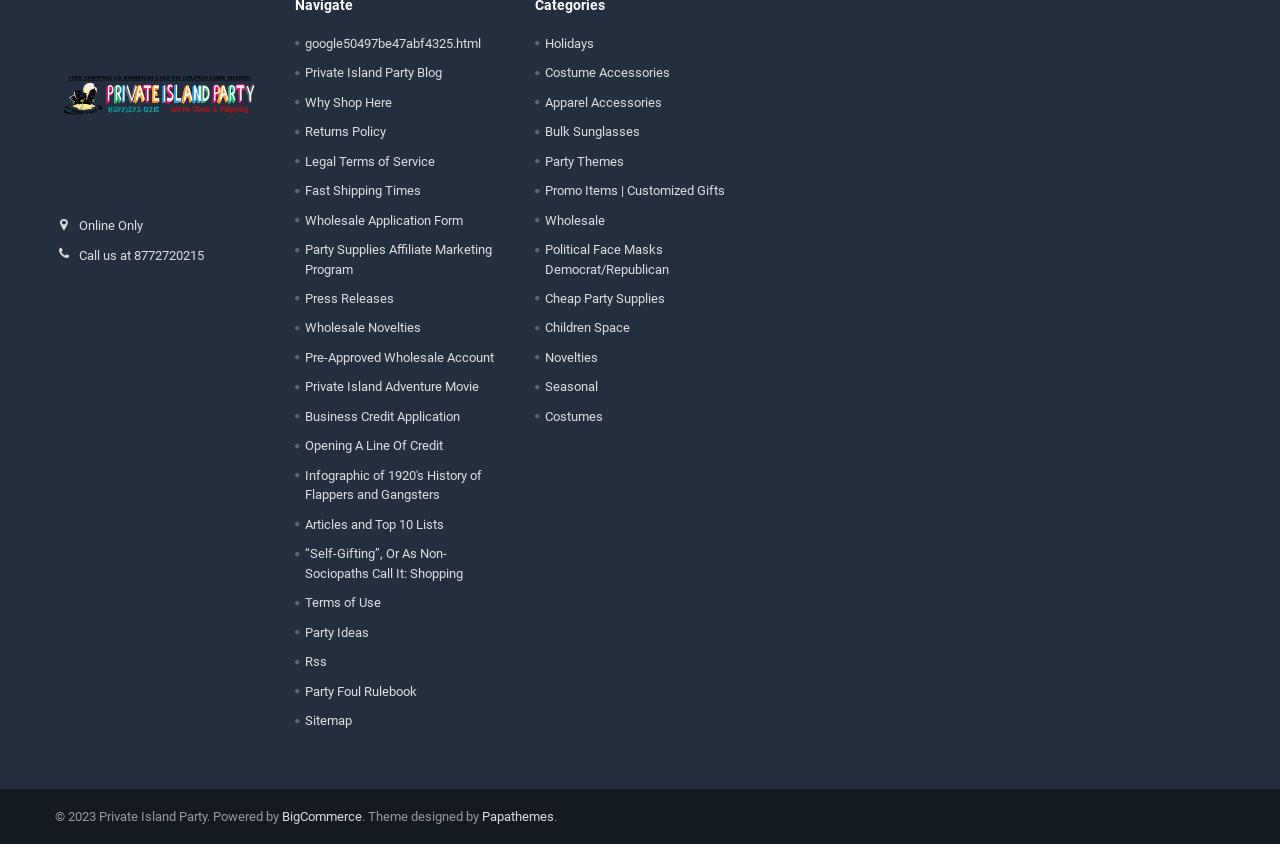  What do you see at coordinates (419, 829) in the screenshot?
I see `'. Theme designed by'` at bounding box center [419, 829].